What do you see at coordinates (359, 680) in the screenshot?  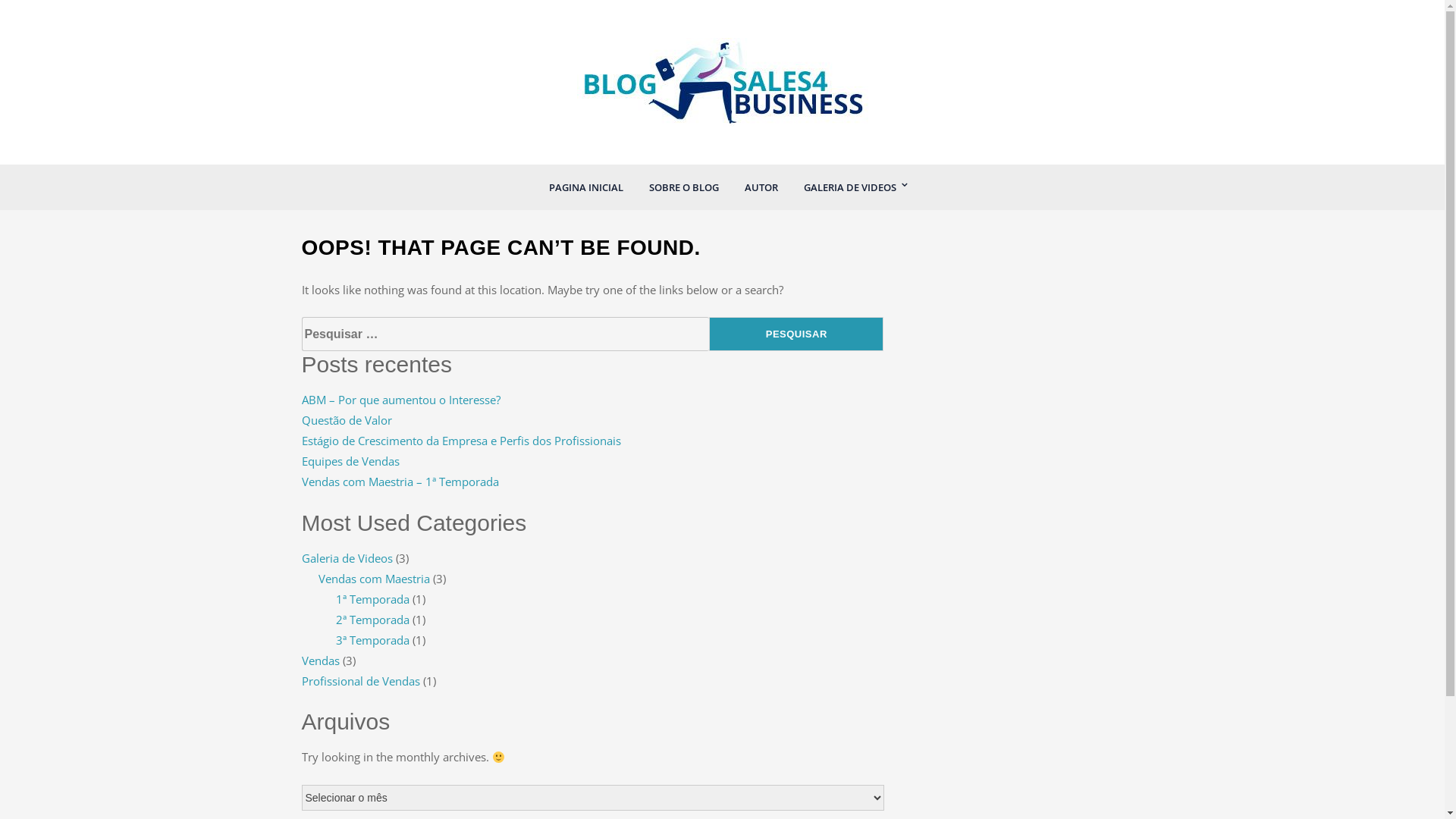 I see `'Profissional de Vendas'` at bounding box center [359, 680].